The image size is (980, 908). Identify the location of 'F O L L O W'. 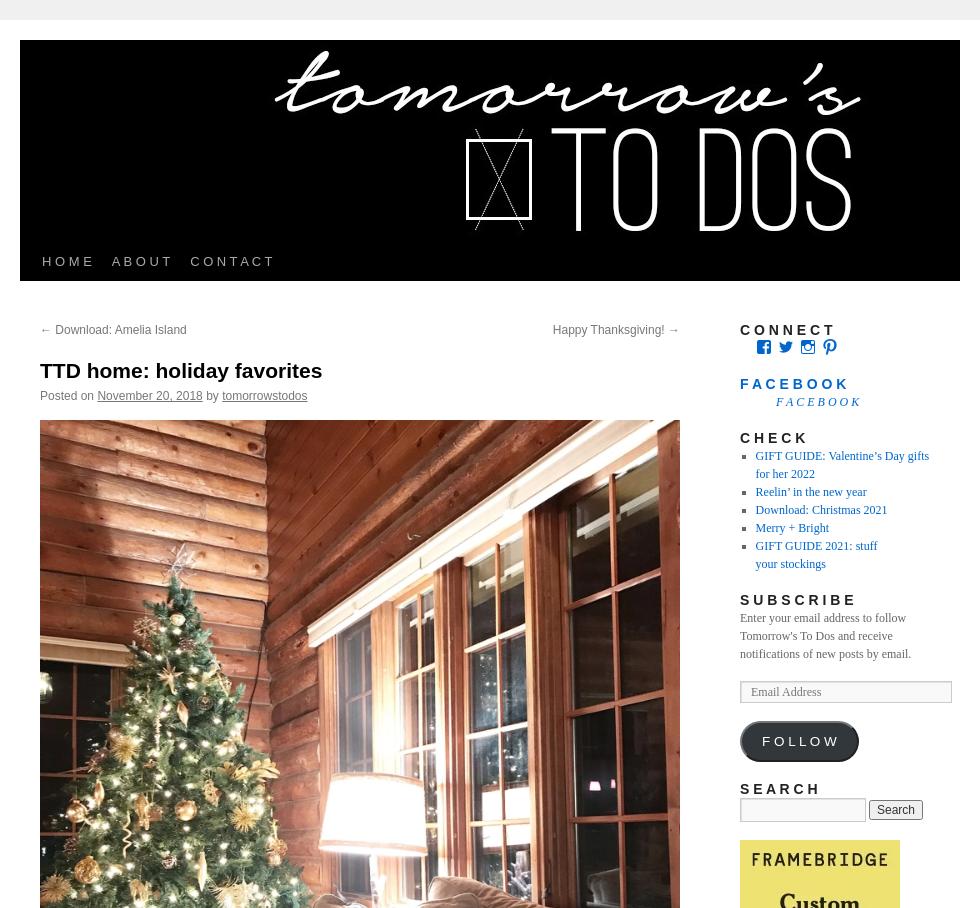
(798, 741).